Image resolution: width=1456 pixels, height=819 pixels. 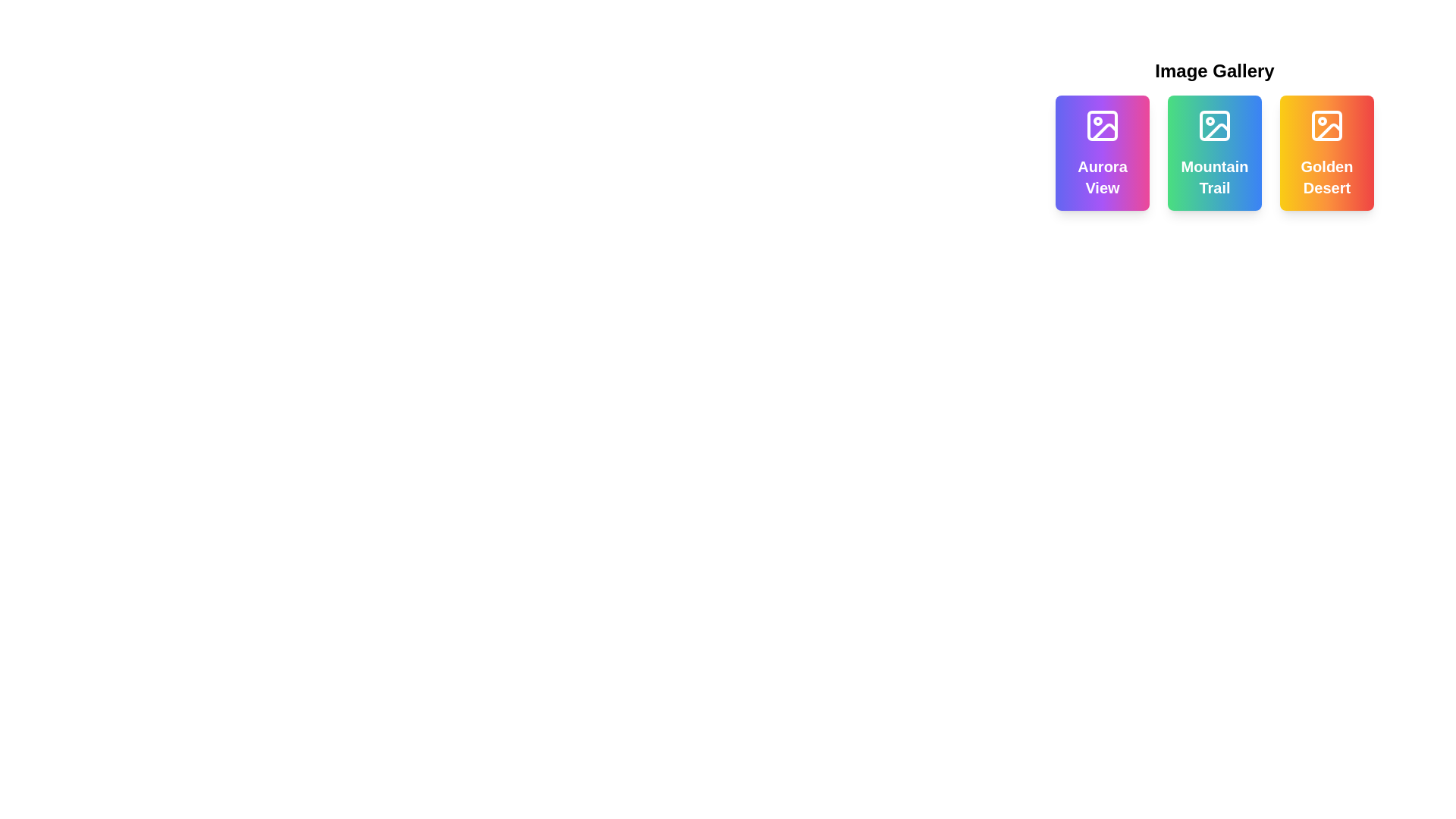 What do you see at coordinates (1215, 124) in the screenshot?
I see `the monochromatic icon representing a picture located at the top center of the 'Mountain Trail' card, above the text label` at bounding box center [1215, 124].